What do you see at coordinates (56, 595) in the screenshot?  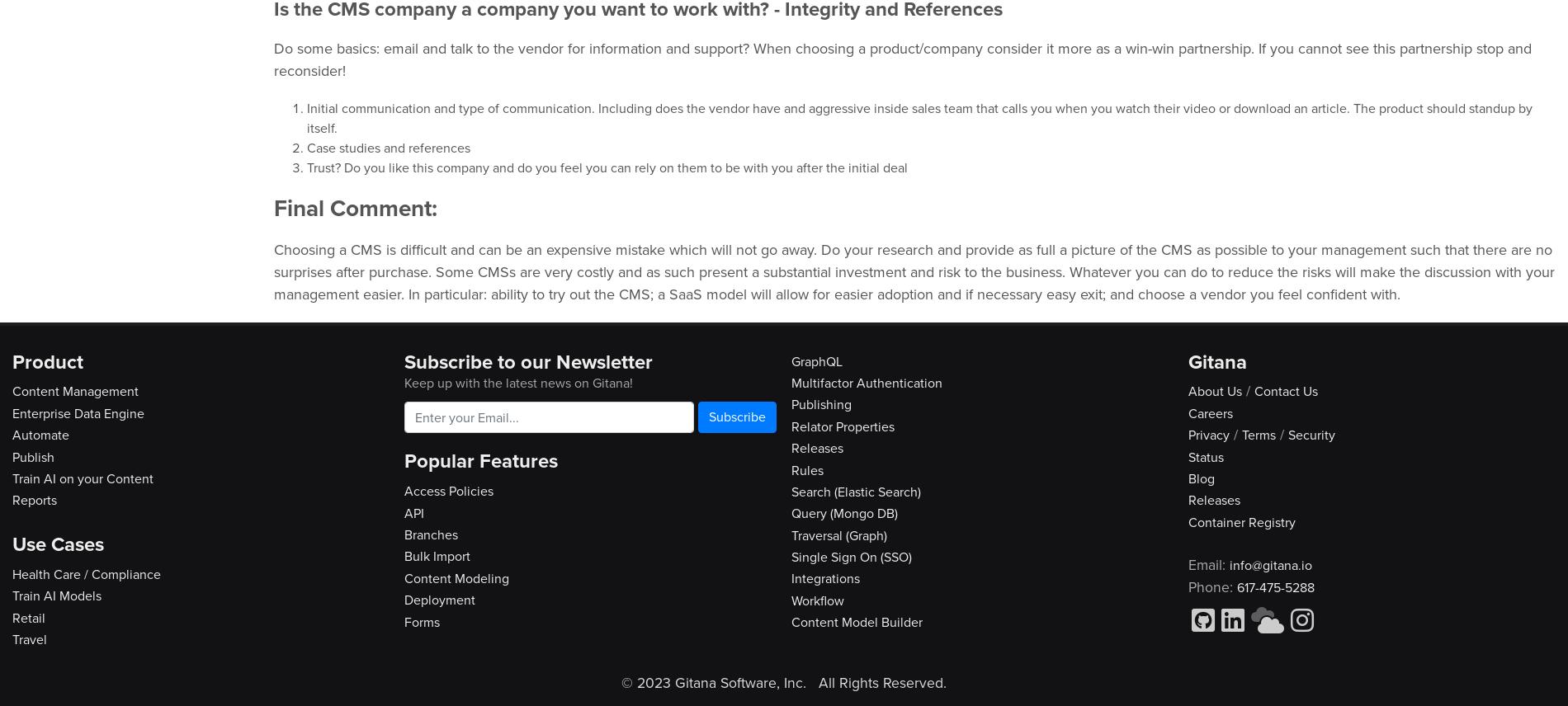 I see `'Train AI Models'` at bounding box center [56, 595].